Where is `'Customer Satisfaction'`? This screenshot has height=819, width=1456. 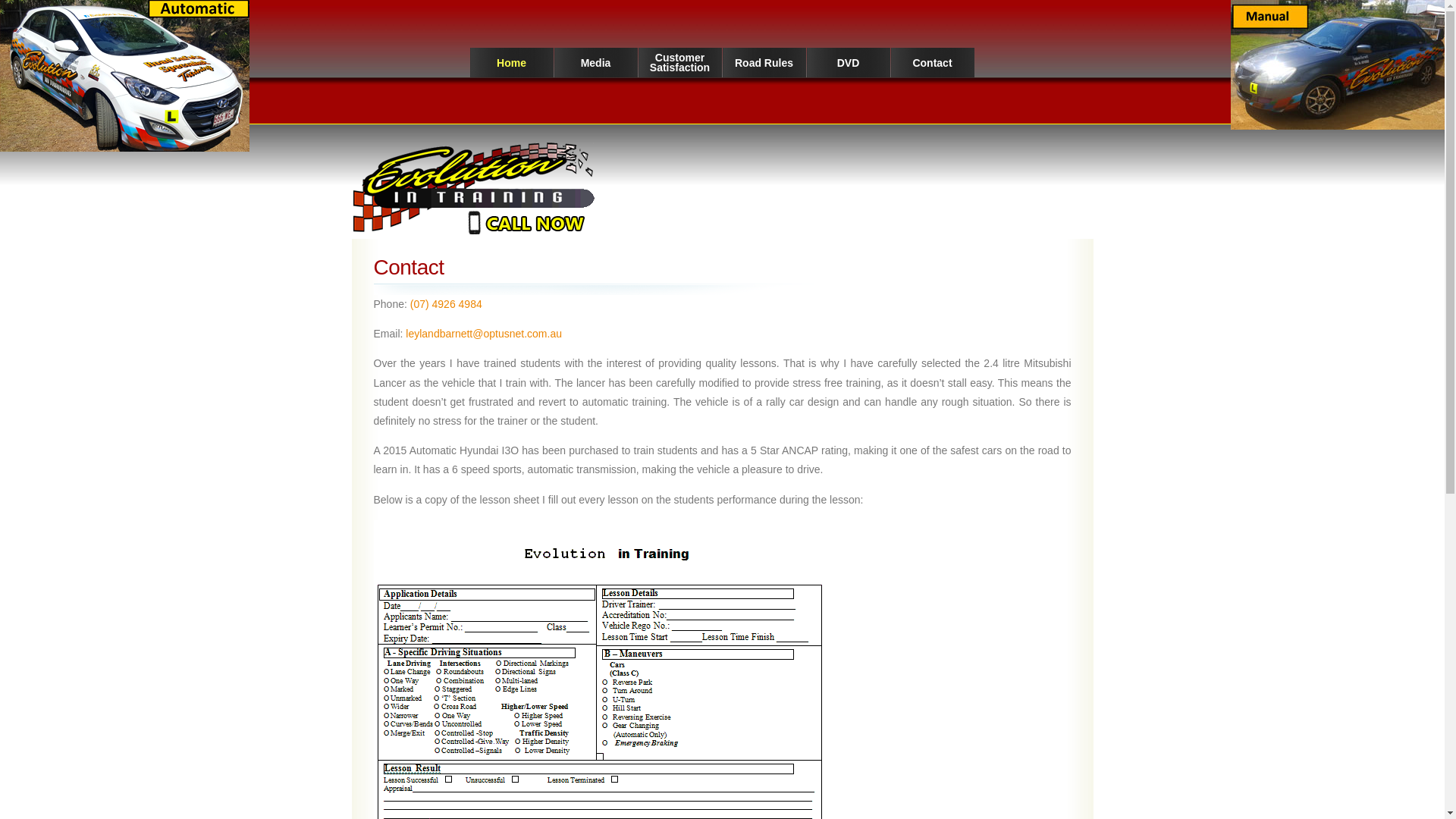
'Customer Satisfaction' is located at coordinates (679, 61).